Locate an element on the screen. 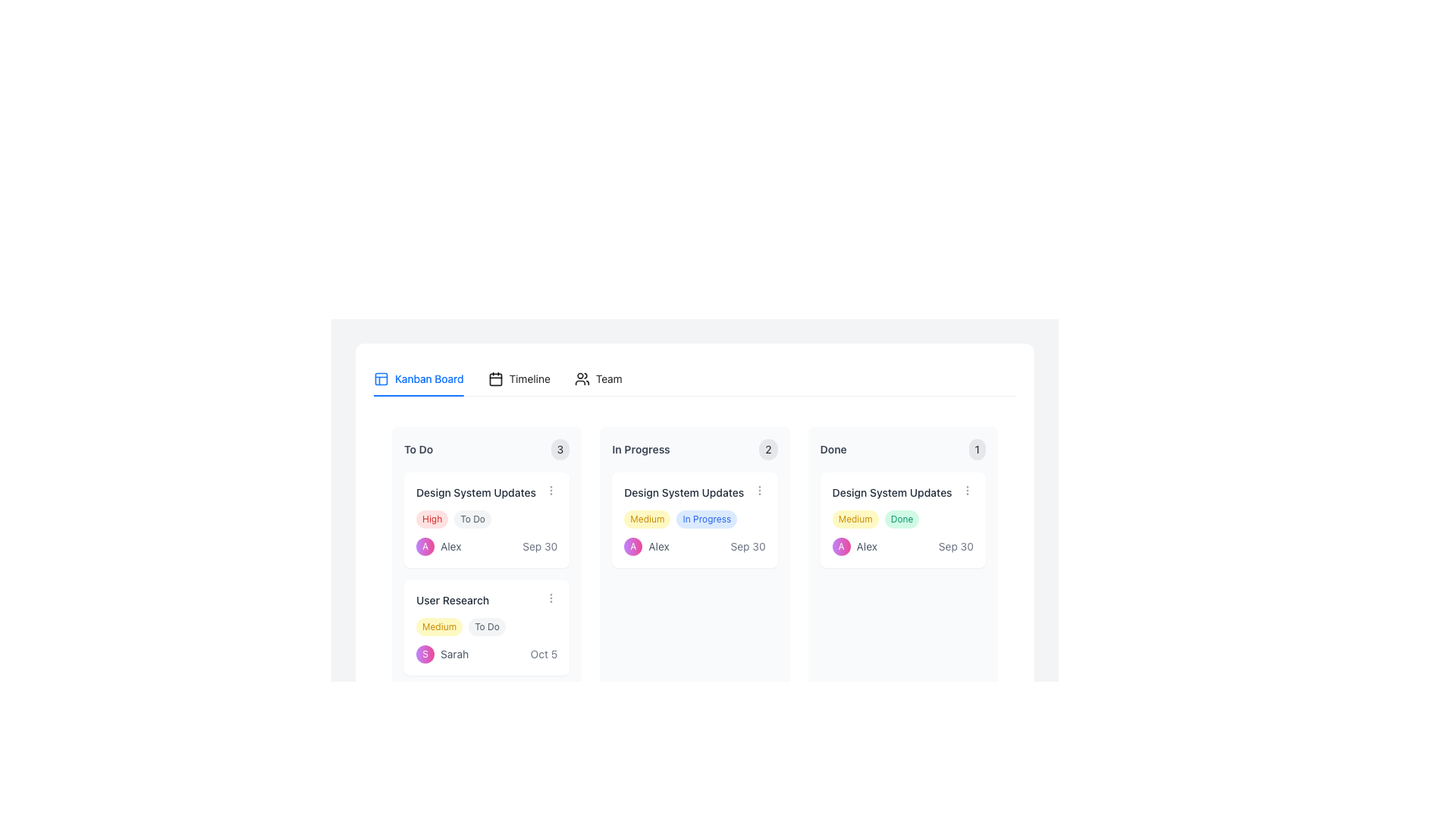  the badge-like component styled as a text label with the numeral '1' in dark text, located at the top right corner of the 'Done' column in the Kanban board layout is located at coordinates (977, 449).